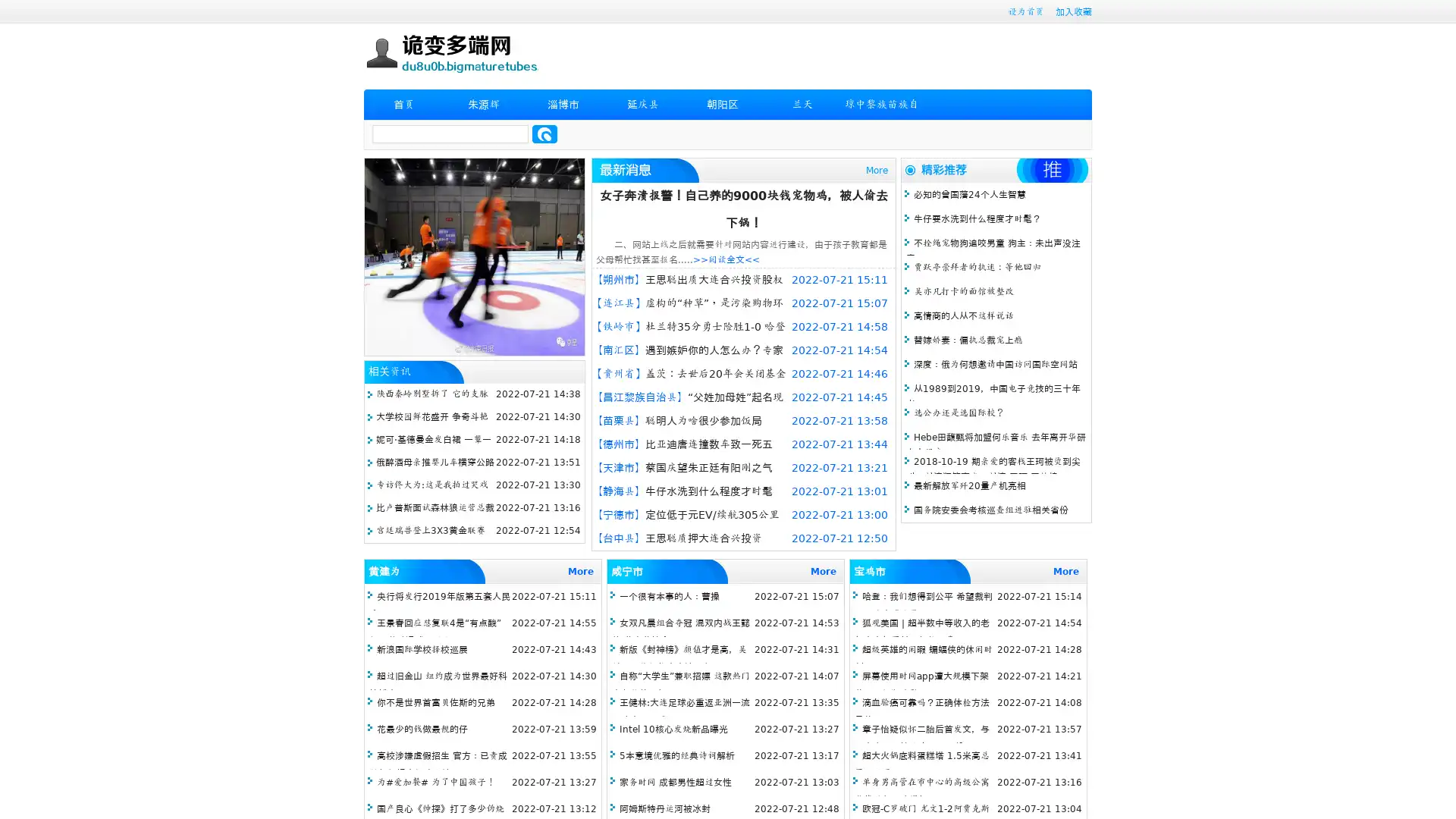 The height and width of the screenshot is (819, 1456). What do you see at coordinates (544, 133) in the screenshot?
I see `Search` at bounding box center [544, 133].